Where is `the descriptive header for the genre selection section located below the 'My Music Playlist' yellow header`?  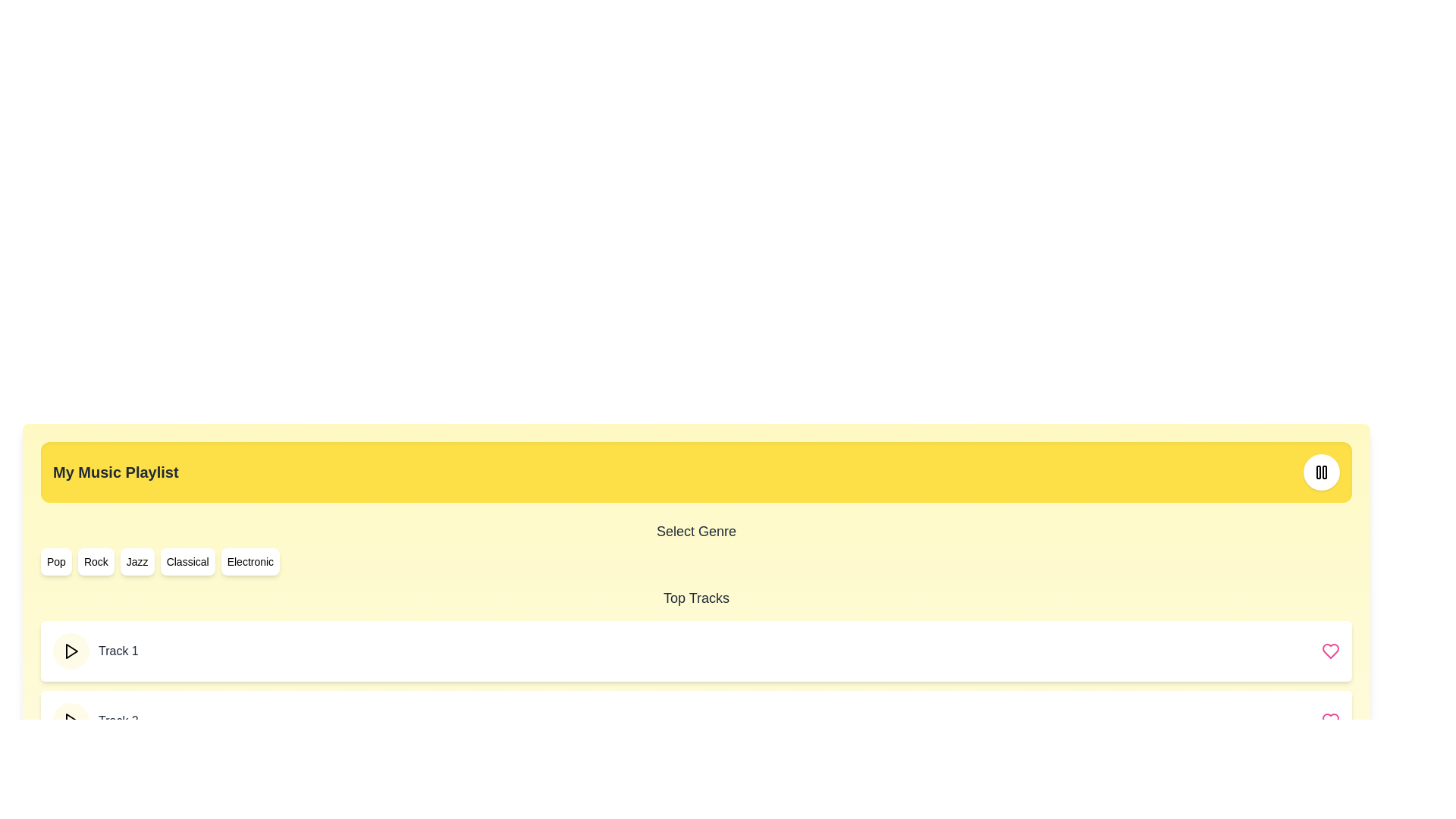 the descriptive header for the genre selection section located below the 'My Music Playlist' yellow header is located at coordinates (695, 531).